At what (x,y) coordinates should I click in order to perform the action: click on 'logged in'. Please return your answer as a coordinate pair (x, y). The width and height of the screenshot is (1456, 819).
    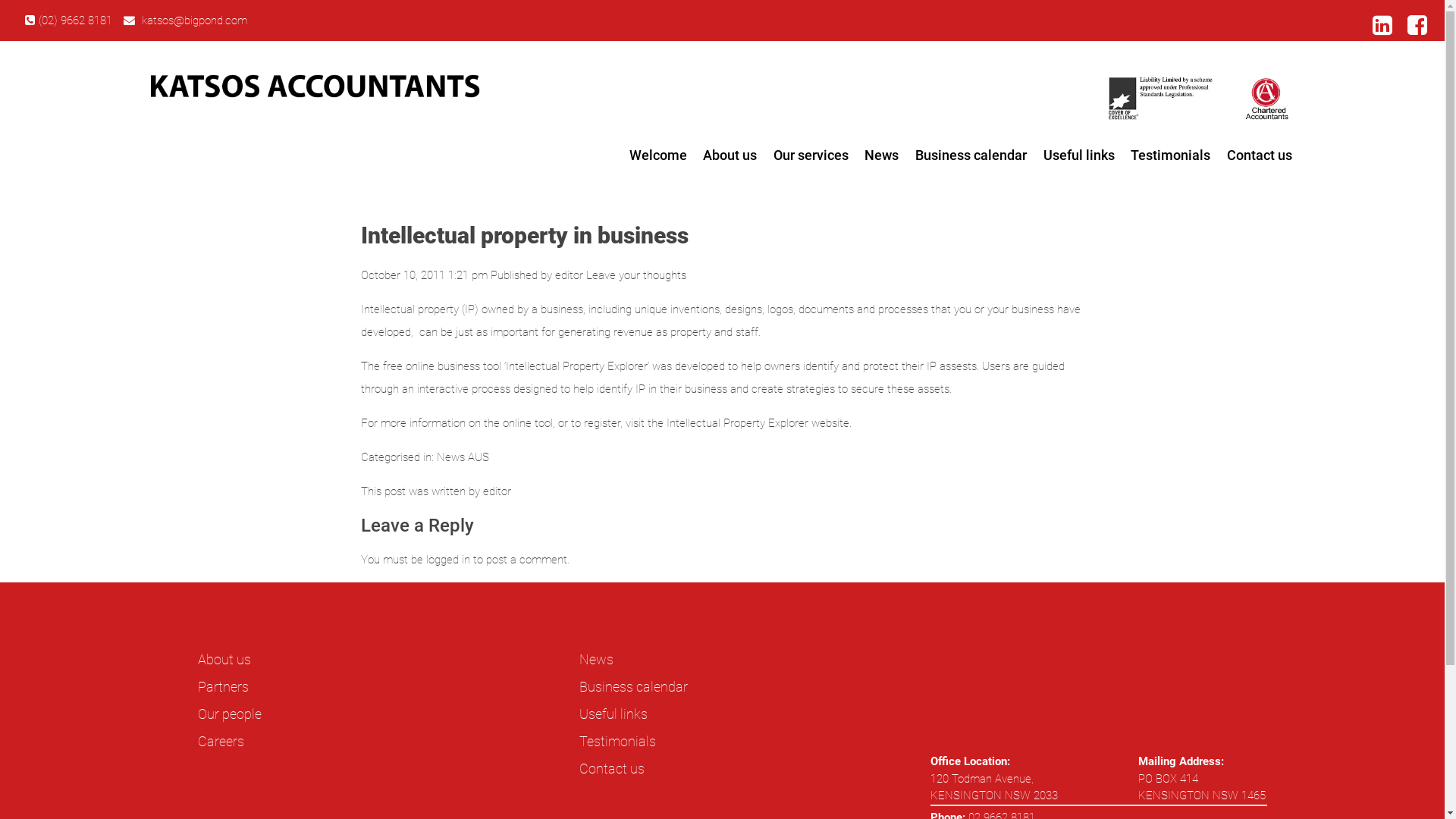
    Looking at the image, I should click on (425, 559).